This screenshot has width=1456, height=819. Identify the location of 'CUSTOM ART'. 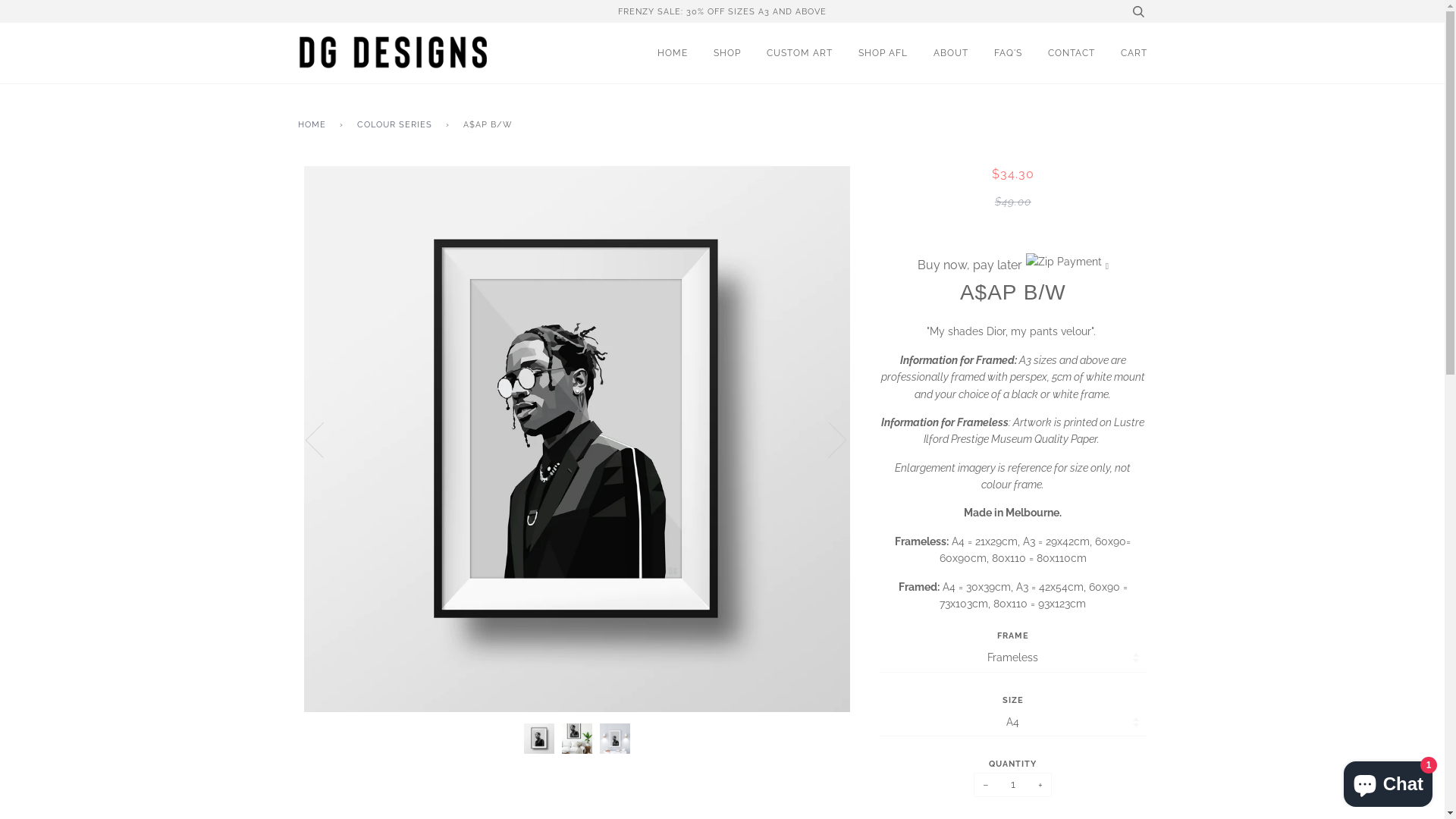
(798, 52).